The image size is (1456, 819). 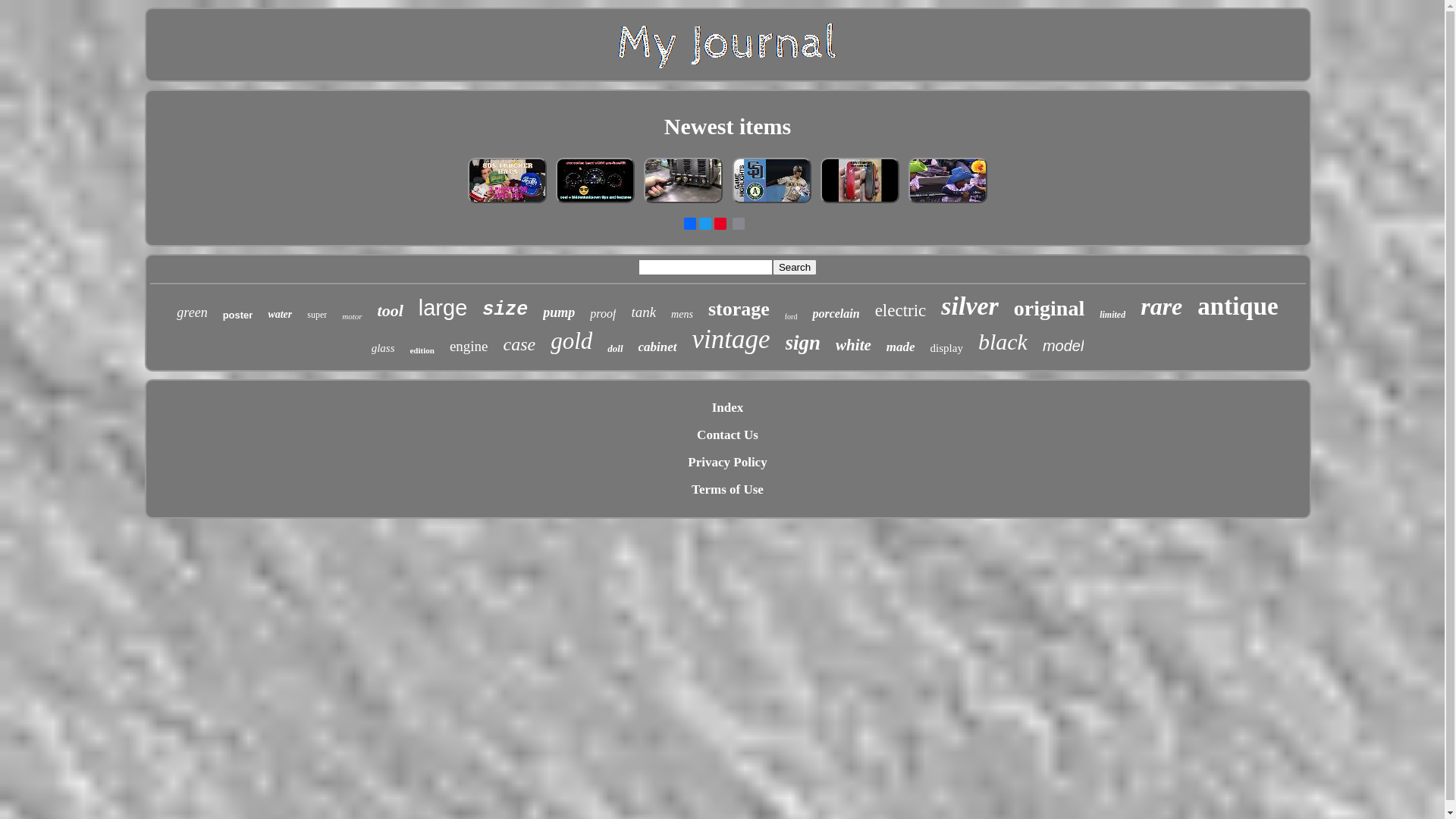 I want to click on 'proof', so click(x=588, y=312).